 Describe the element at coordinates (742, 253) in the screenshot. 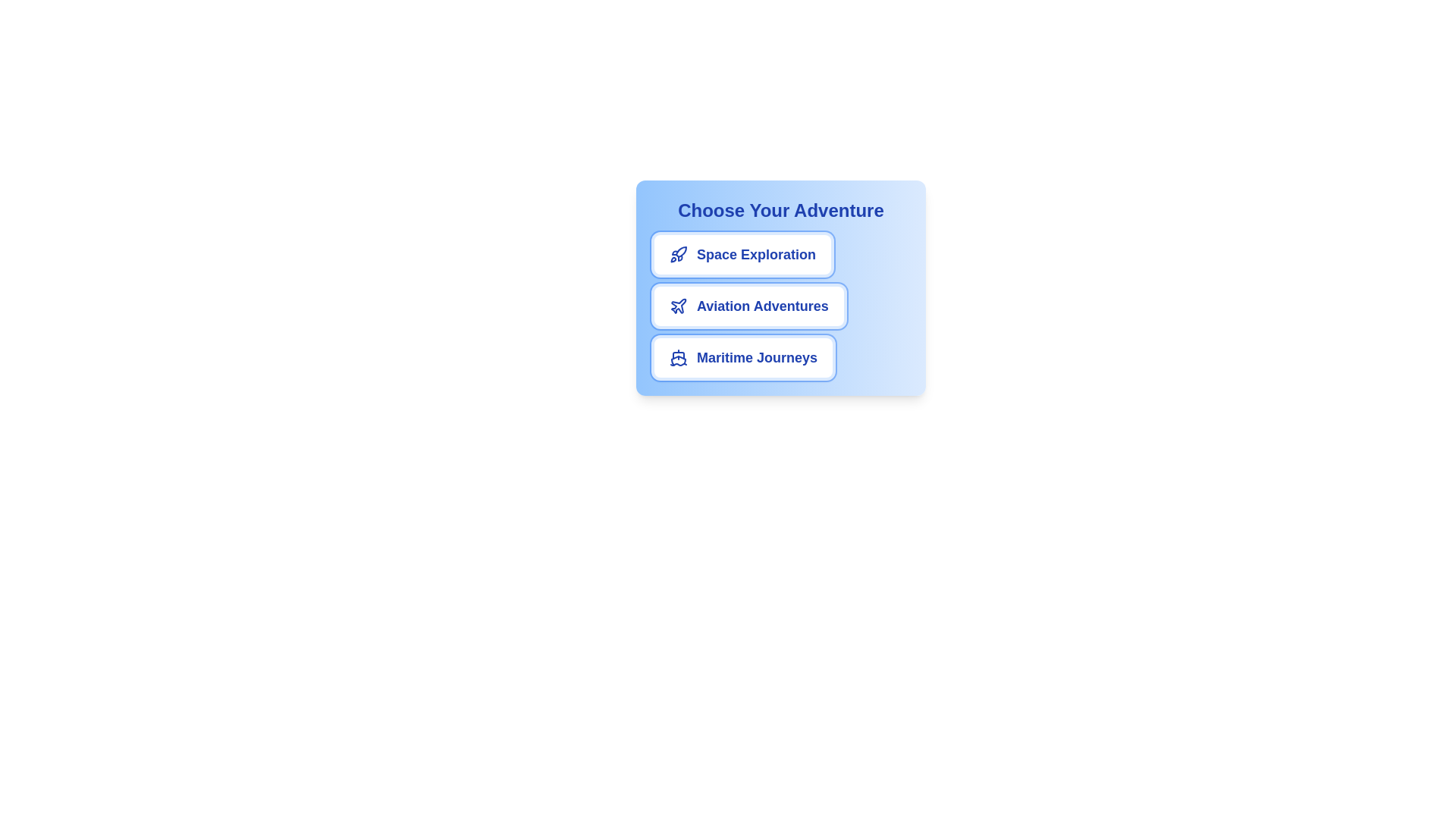

I see `the chip labeled Space Exploration to select it` at that location.